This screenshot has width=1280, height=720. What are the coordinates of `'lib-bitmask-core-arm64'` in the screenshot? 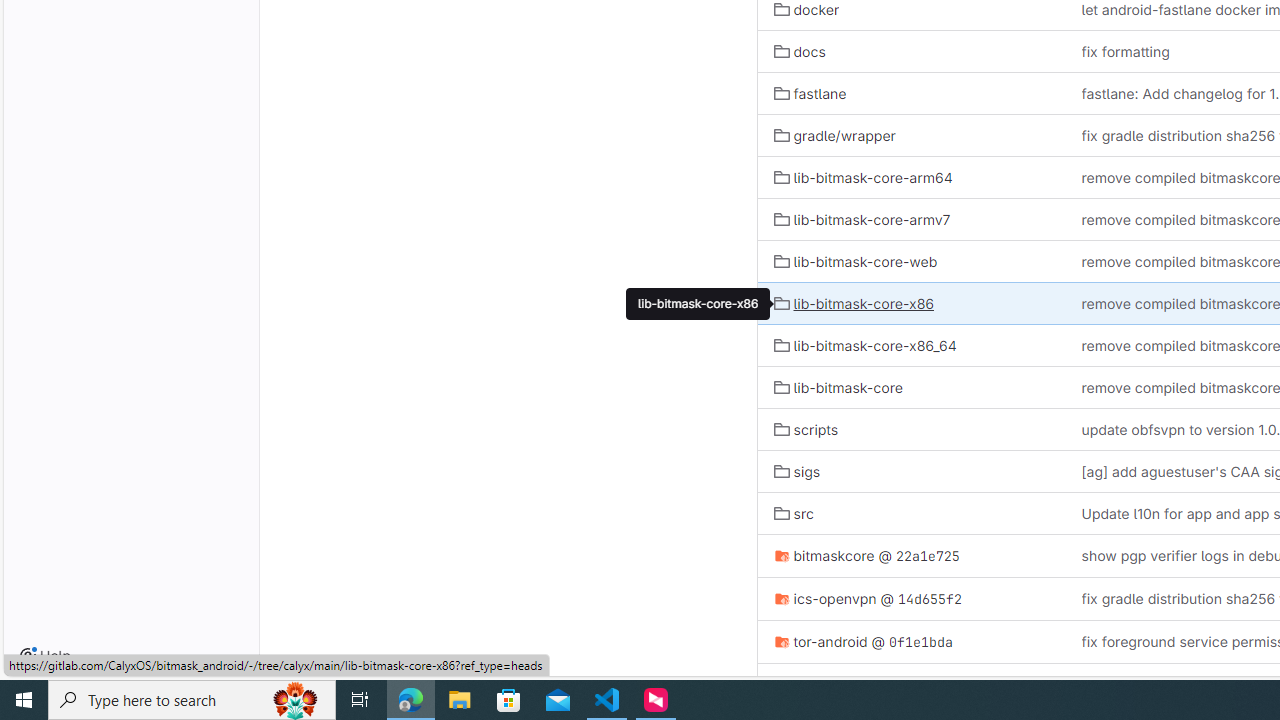 It's located at (863, 176).